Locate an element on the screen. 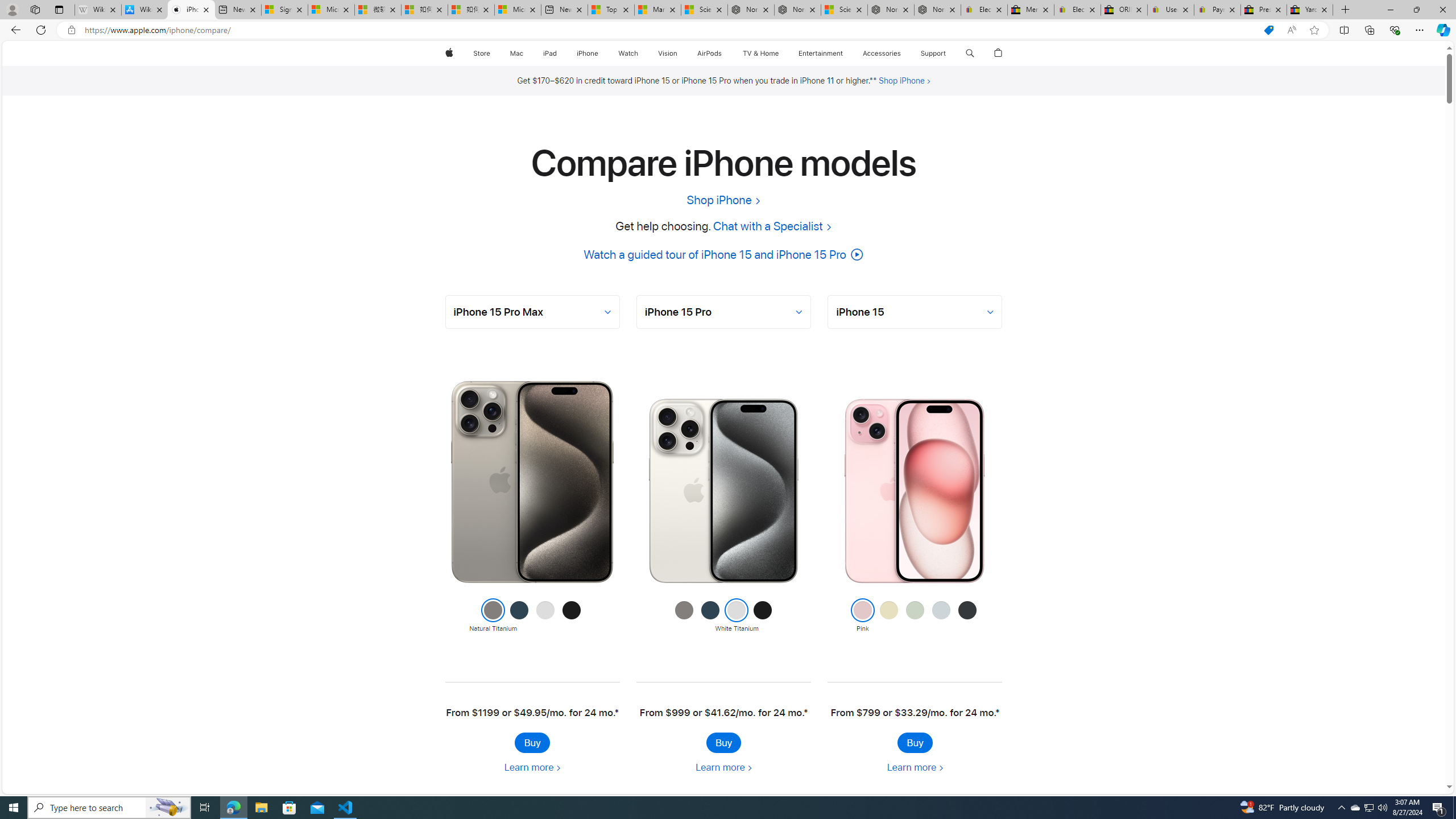  'iPhone menu' is located at coordinates (600, 53).